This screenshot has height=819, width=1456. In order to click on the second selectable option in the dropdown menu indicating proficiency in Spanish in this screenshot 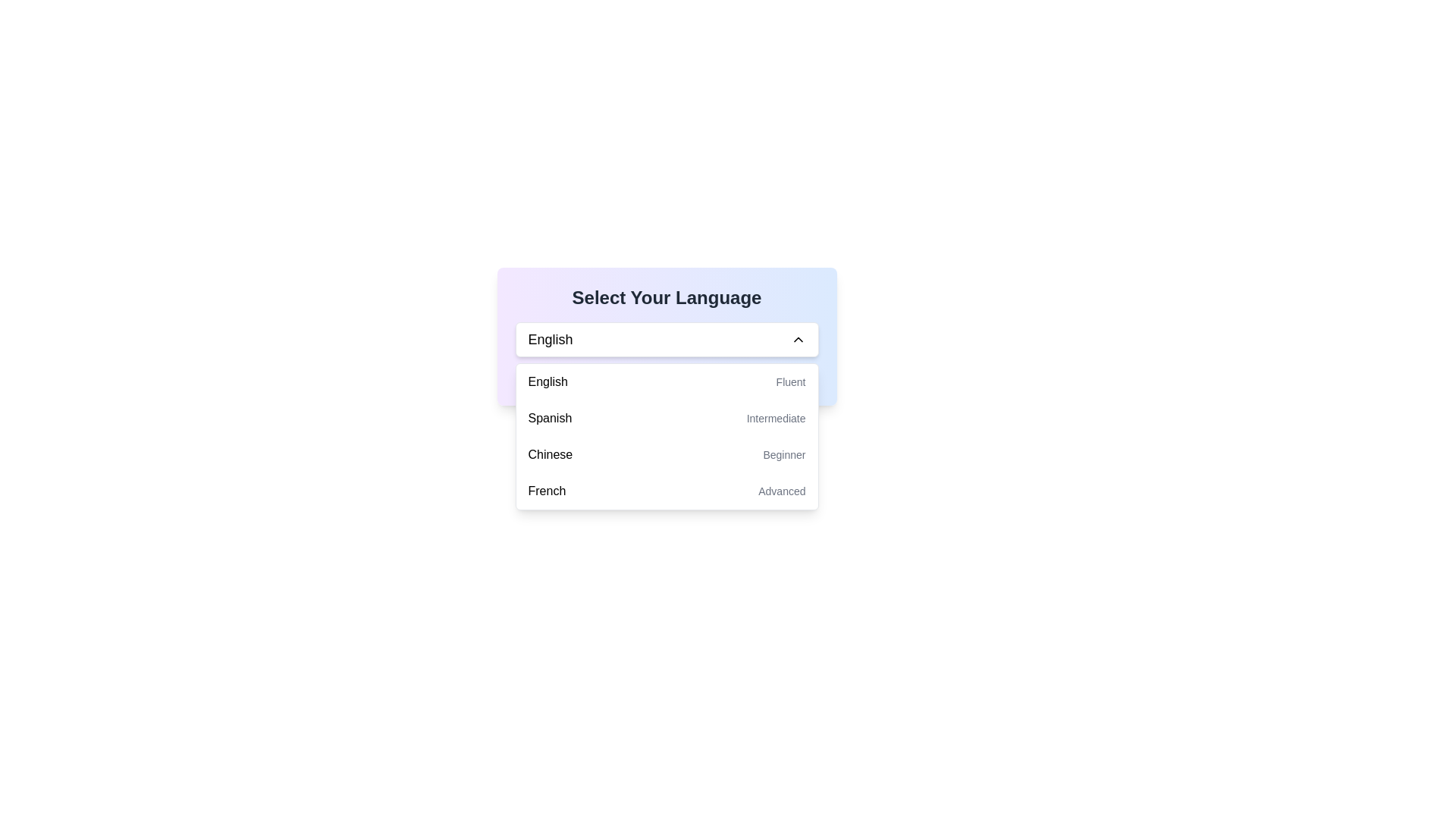, I will do `click(667, 418)`.